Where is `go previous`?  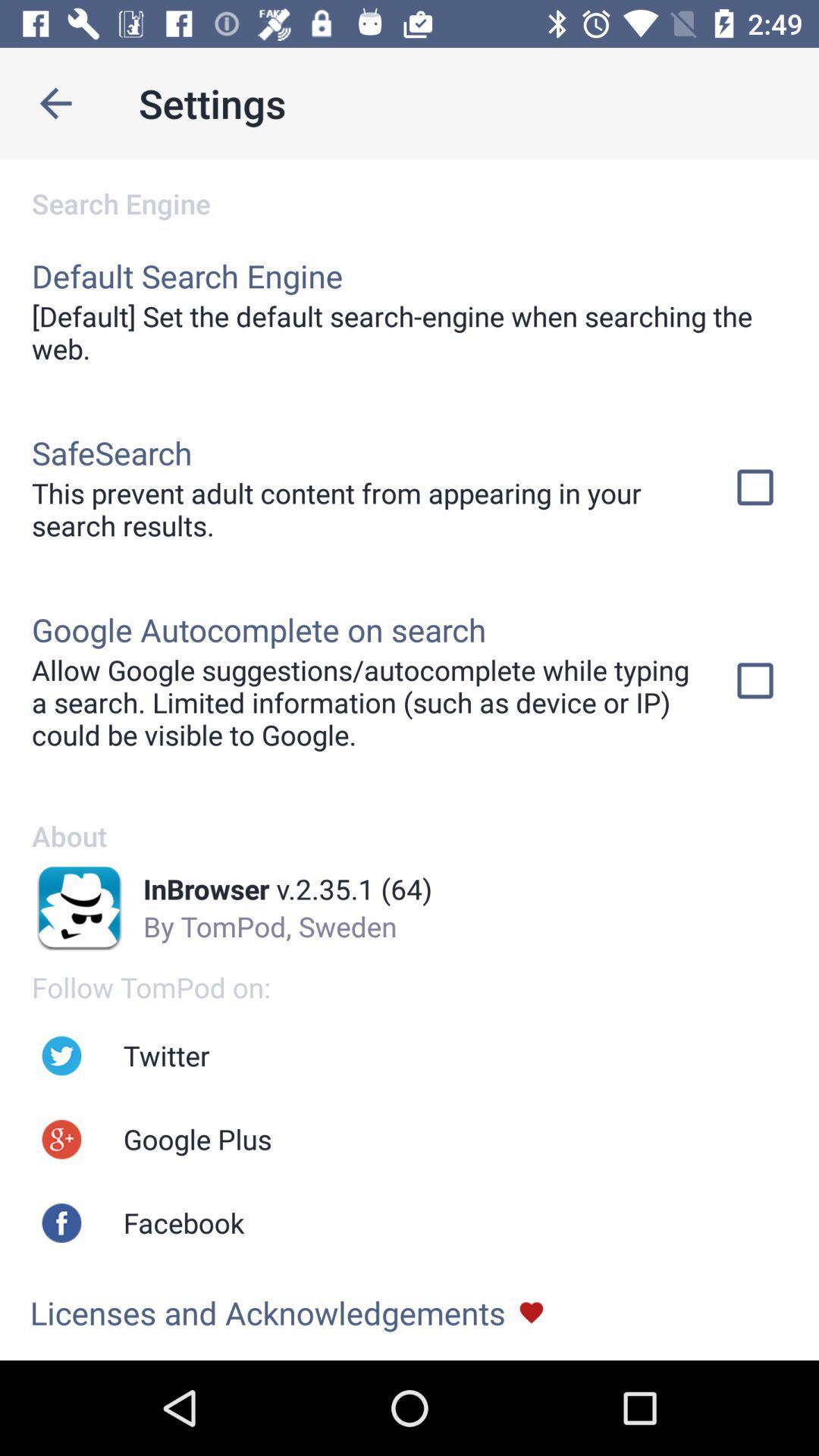 go previous is located at coordinates (55, 102).